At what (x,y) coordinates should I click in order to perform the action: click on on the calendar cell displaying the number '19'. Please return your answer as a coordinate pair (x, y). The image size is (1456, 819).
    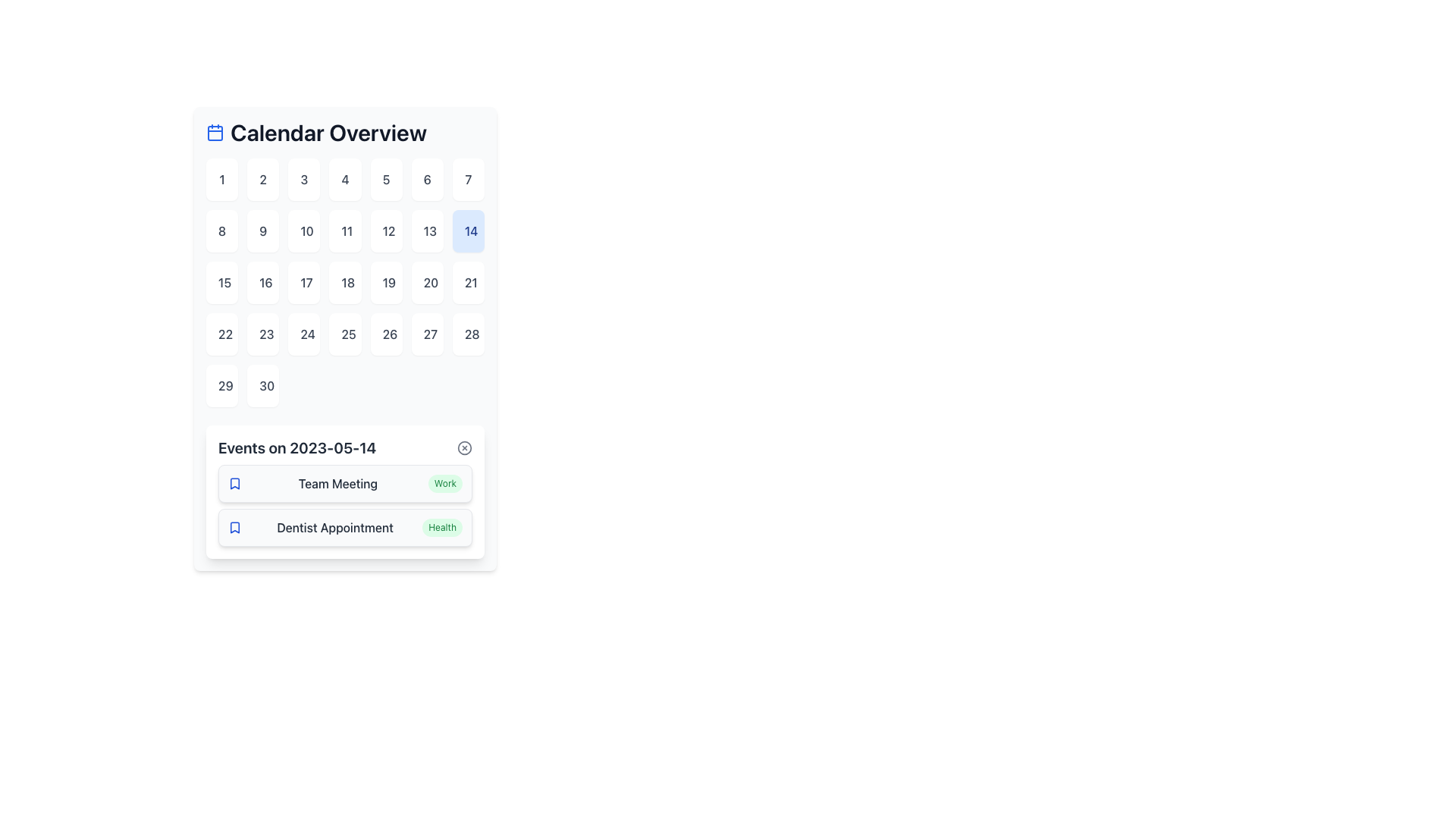
    Looking at the image, I should click on (386, 283).